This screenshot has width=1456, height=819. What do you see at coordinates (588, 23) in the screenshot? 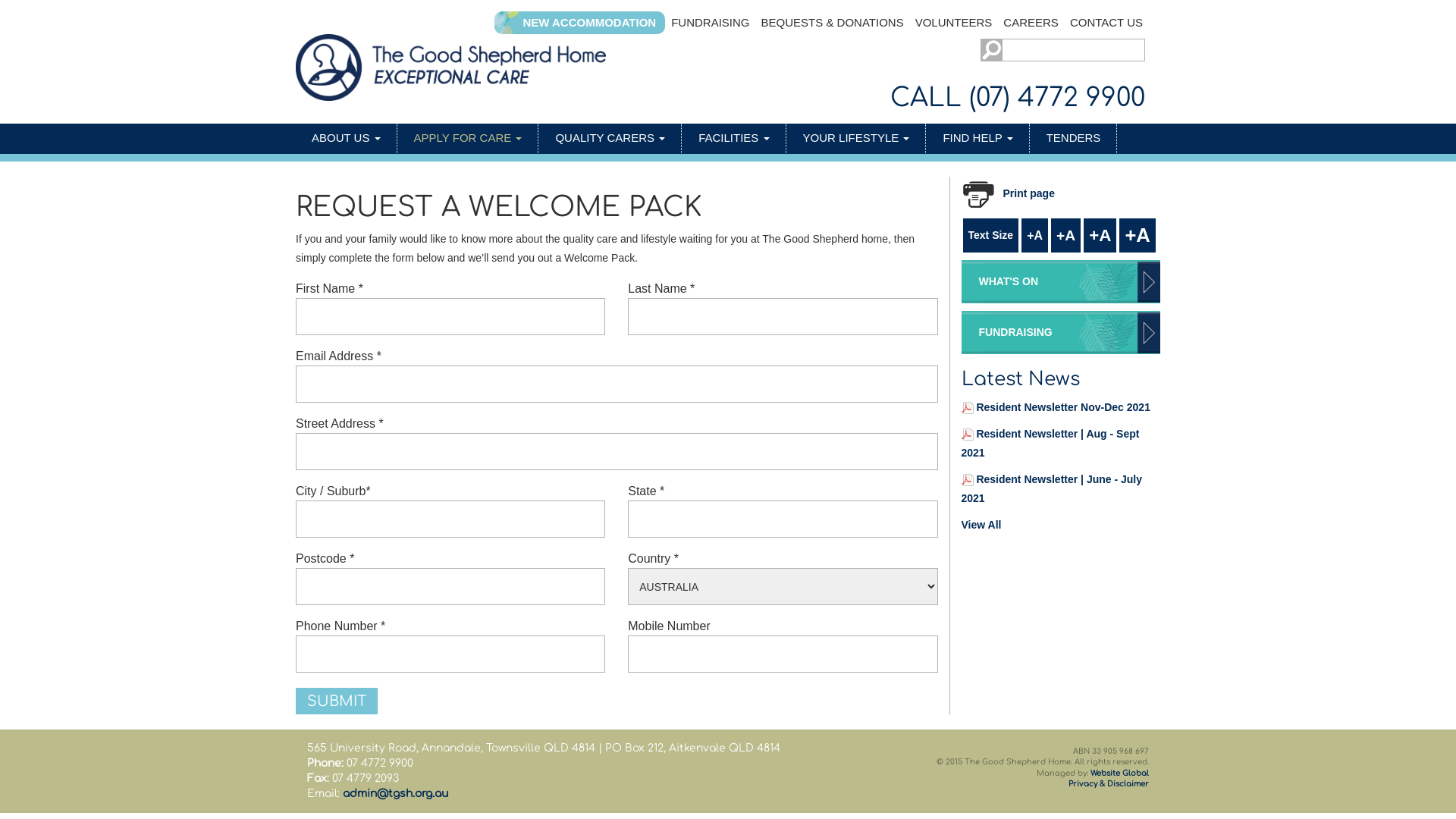
I see `'NEW ACCOMMODATION'` at bounding box center [588, 23].